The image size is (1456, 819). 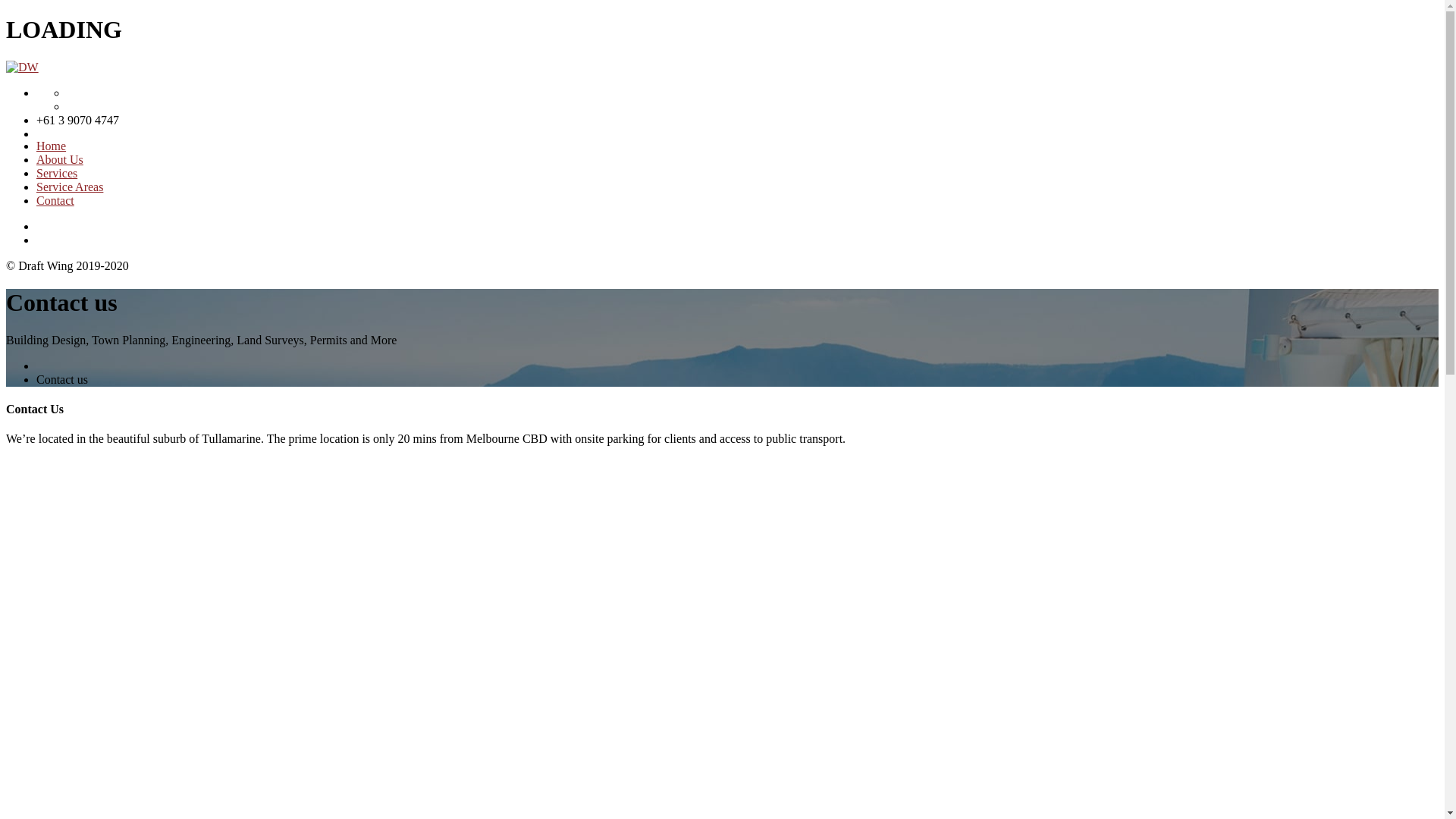 What do you see at coordinates (55, 199) in the screenshot?
I see `'Contact'` at bounding box center [55, 199].